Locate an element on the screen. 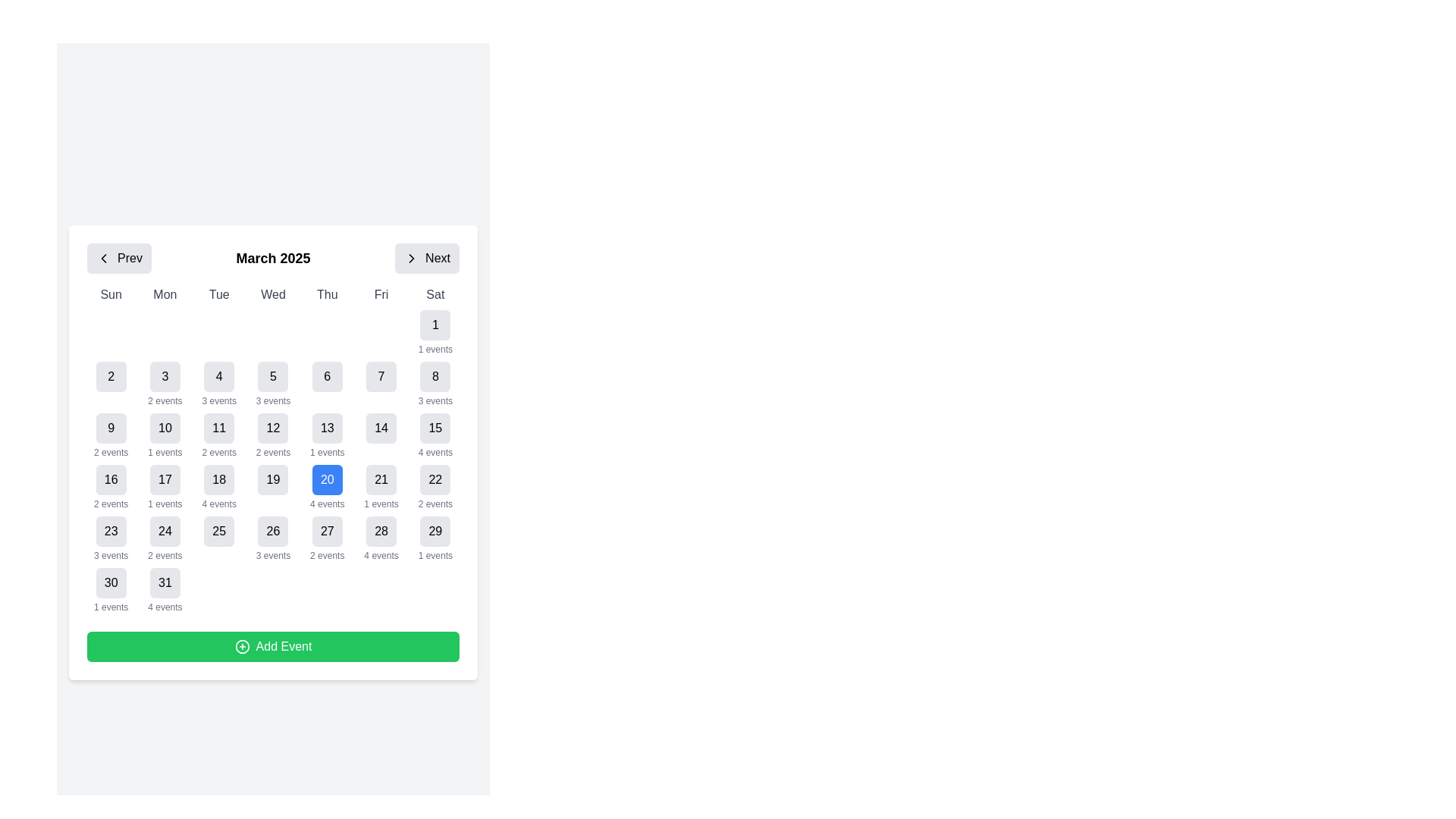 This screenshot has height=819, width=1456. the Day cell representing the 30th day of the calendar month in the calendar grid is located at coordinates (110, 590).